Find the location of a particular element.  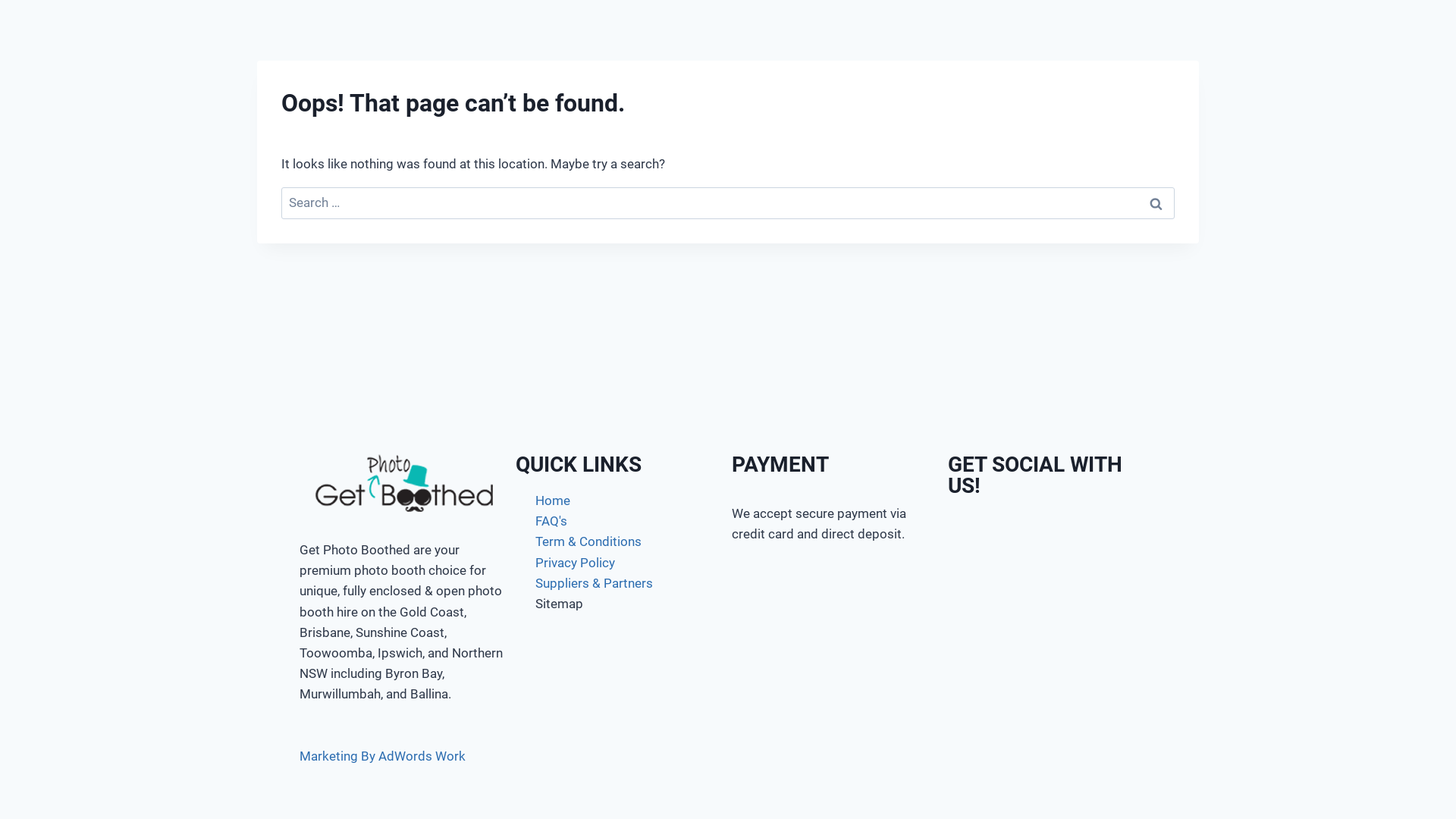

'Marketing By AdWords Work' is located at coordinates (382, 755).